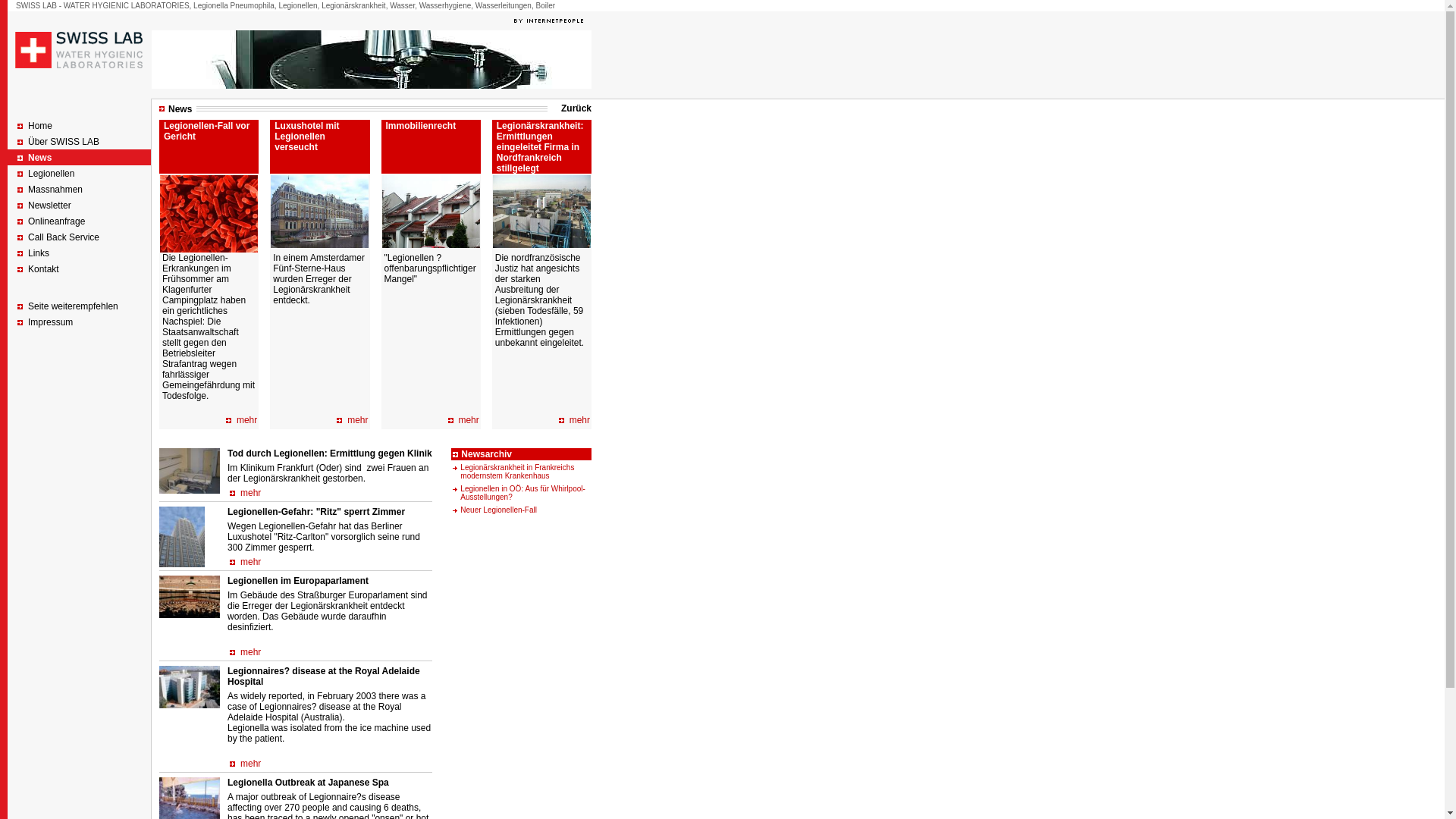  I want to click on 'mehr', so click(250, 561).